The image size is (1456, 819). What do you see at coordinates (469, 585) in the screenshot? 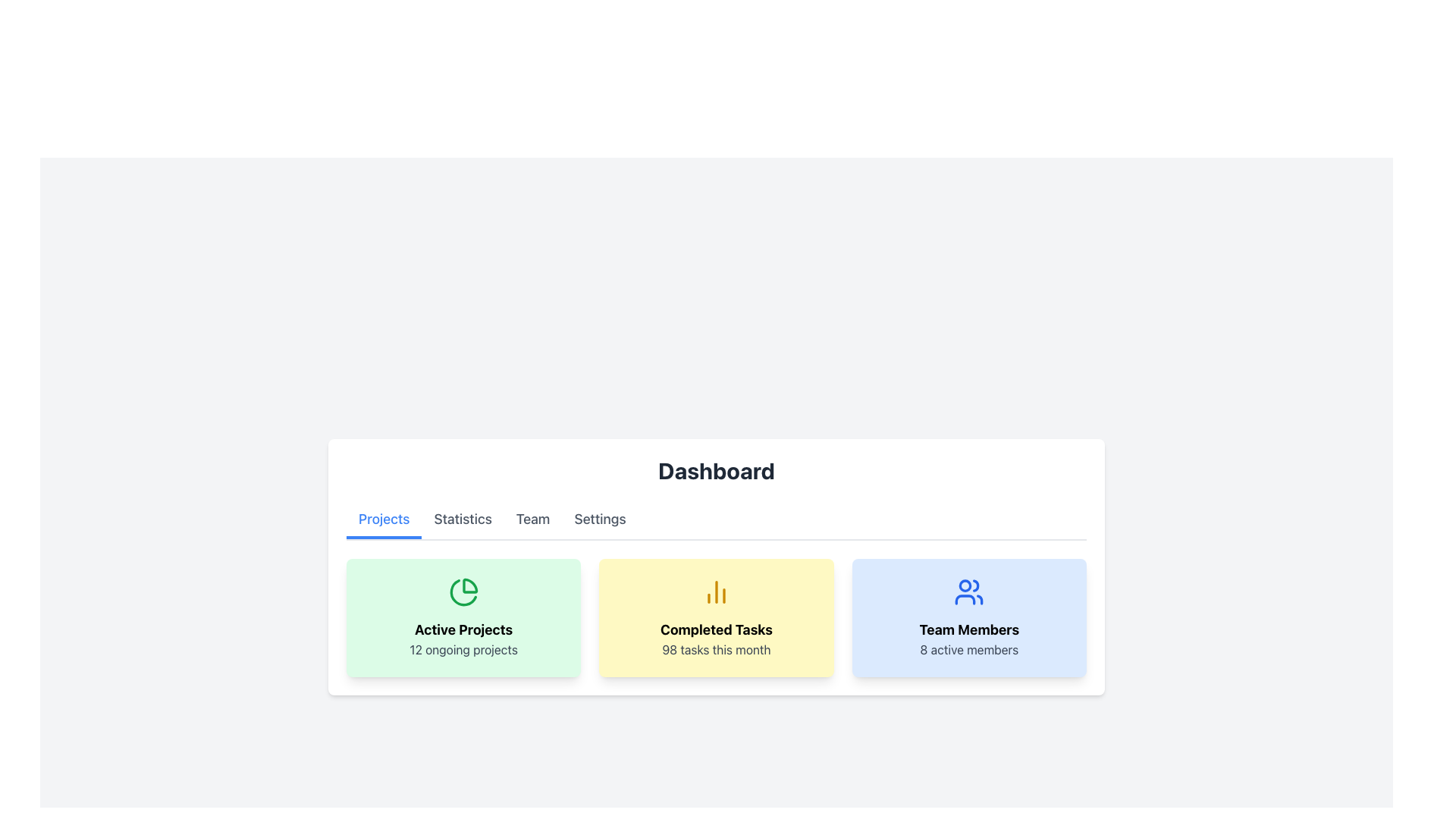
I see `the left segment of the pie chart icon in the 'Active Projects' card, which visually represents a portion of the whole for conveying statistical data` at bounding box center [469, 585].